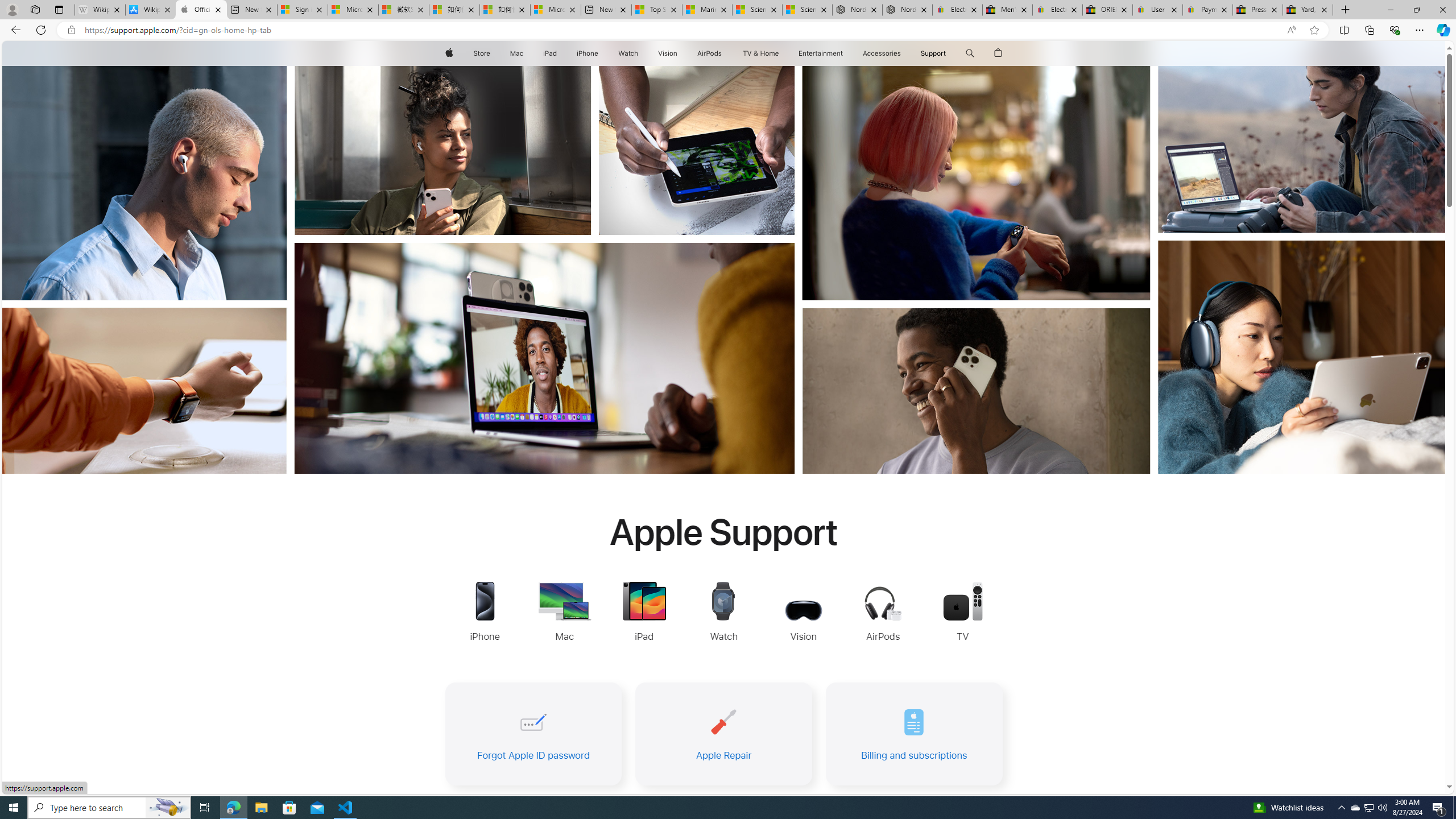  Describe the element at coordinates (1207, 9) in the screenshot. I see `'Payments Terms of Use | eBay.com'` at that location.